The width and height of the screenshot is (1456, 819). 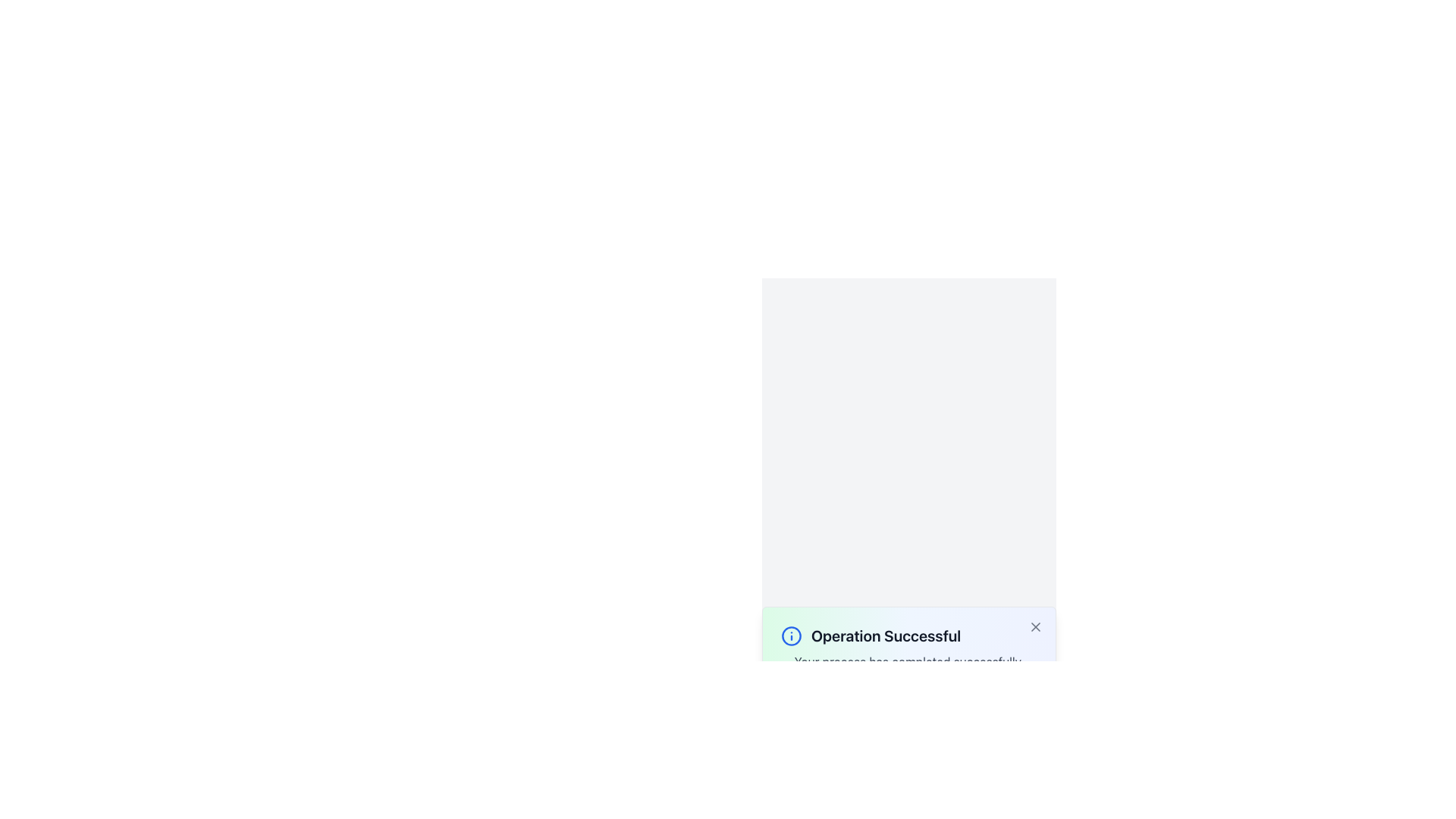 What do you see at coordinates (1035, 626) in the screenshot?
I see `the small close button represented by an 'X' icon at the top-right corner of the notification card` at bounding box center [1035, 626].